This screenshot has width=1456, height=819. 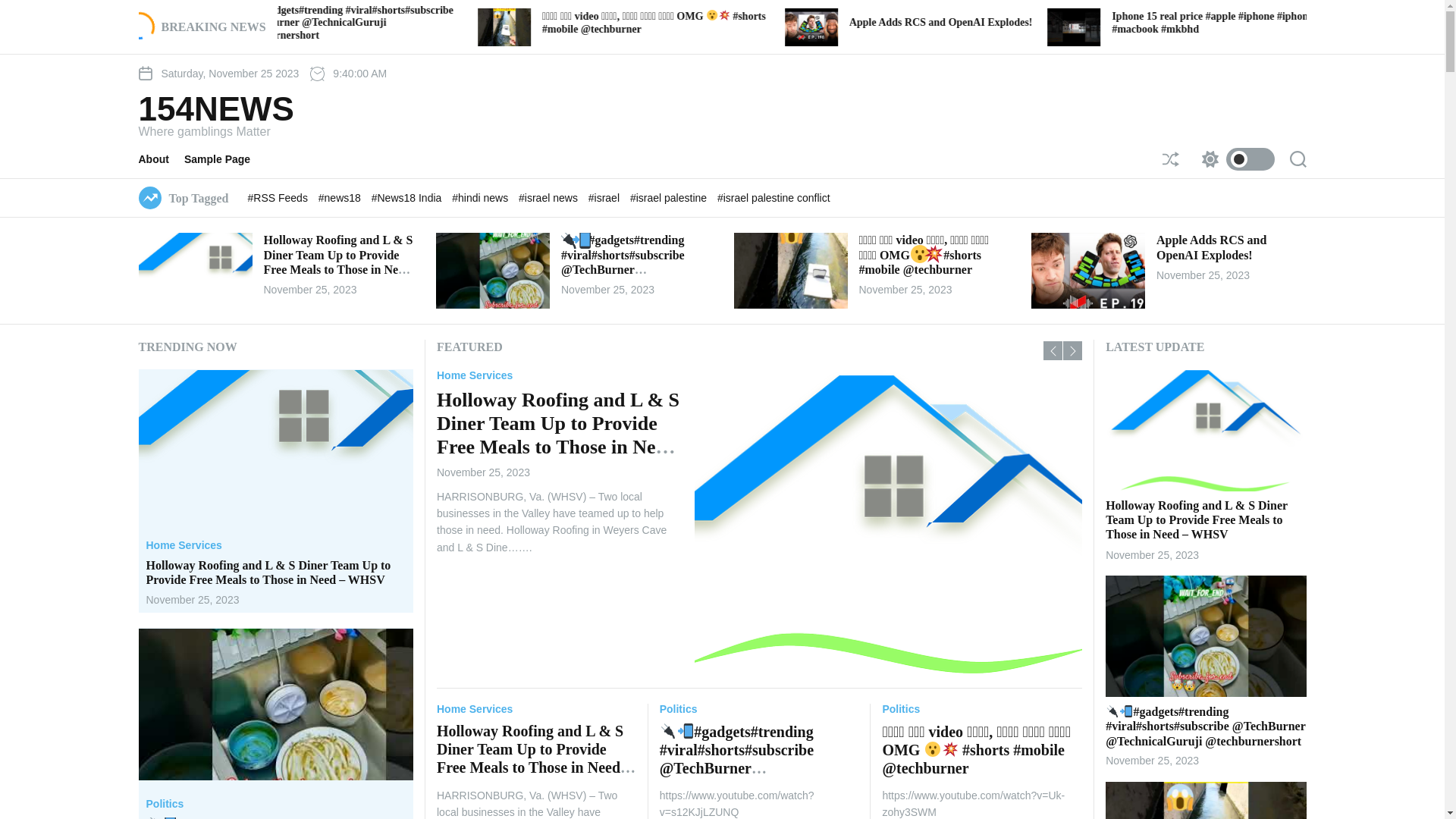 What do you see at coordinates (1169, 158) in the screenshot?
I see `'Shuffle'` at bounding box center [1169, 158].